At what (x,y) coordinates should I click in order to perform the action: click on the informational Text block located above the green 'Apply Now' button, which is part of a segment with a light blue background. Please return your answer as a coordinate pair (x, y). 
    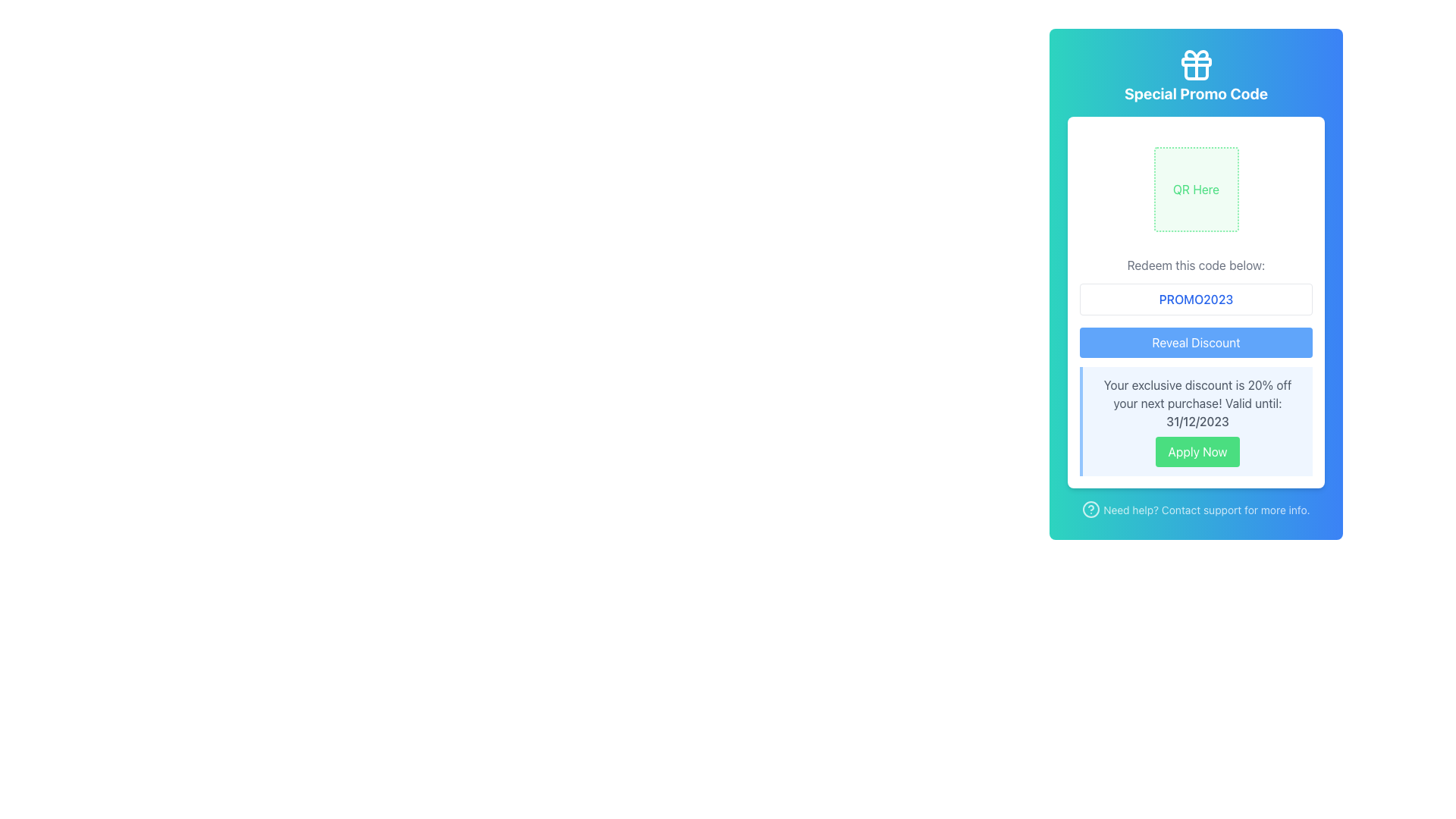
    Looking at the image, I should click on (1197, 403).